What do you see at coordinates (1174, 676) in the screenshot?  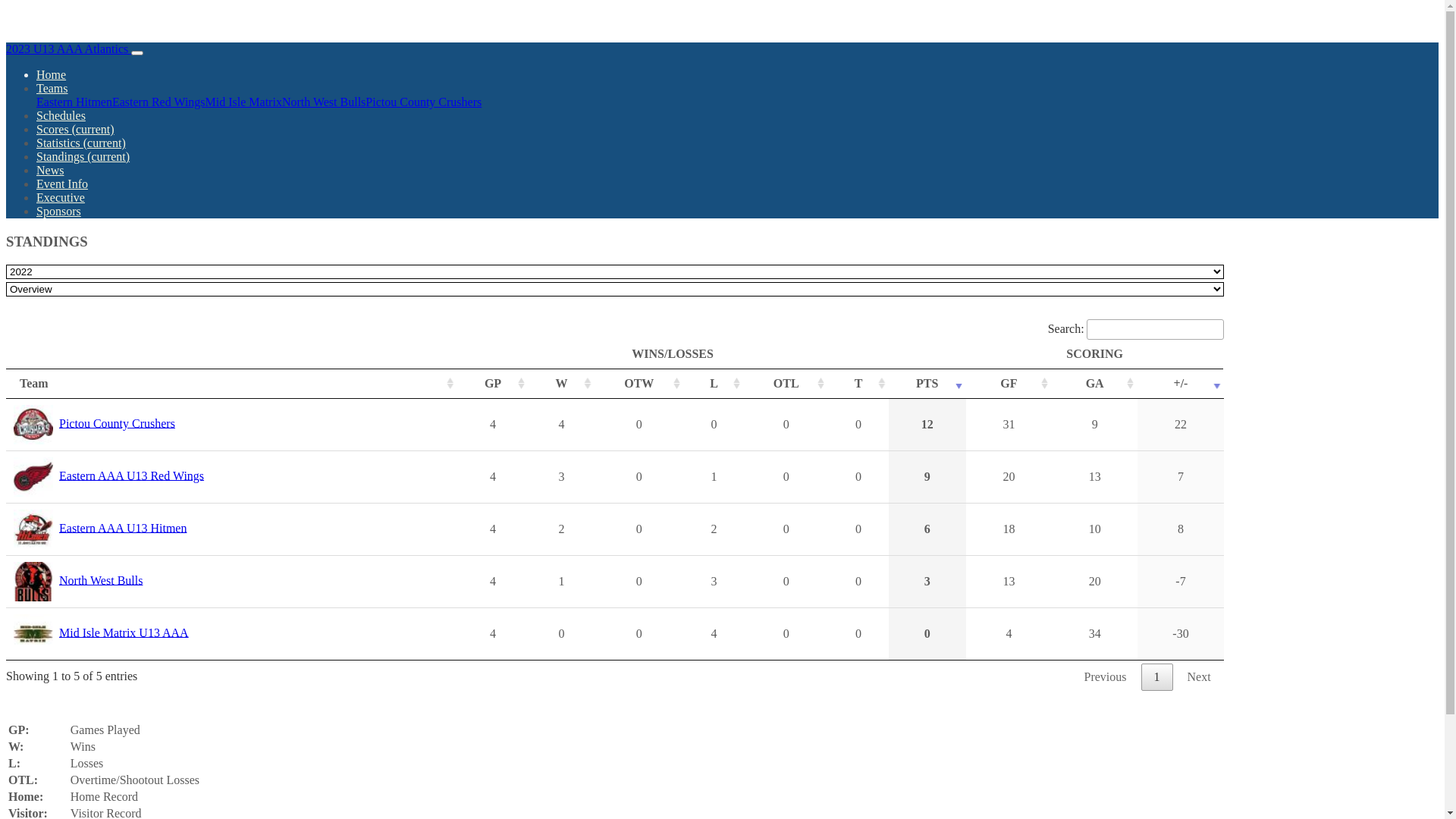 I see `'Next'` at bounding box center [1174, 676].